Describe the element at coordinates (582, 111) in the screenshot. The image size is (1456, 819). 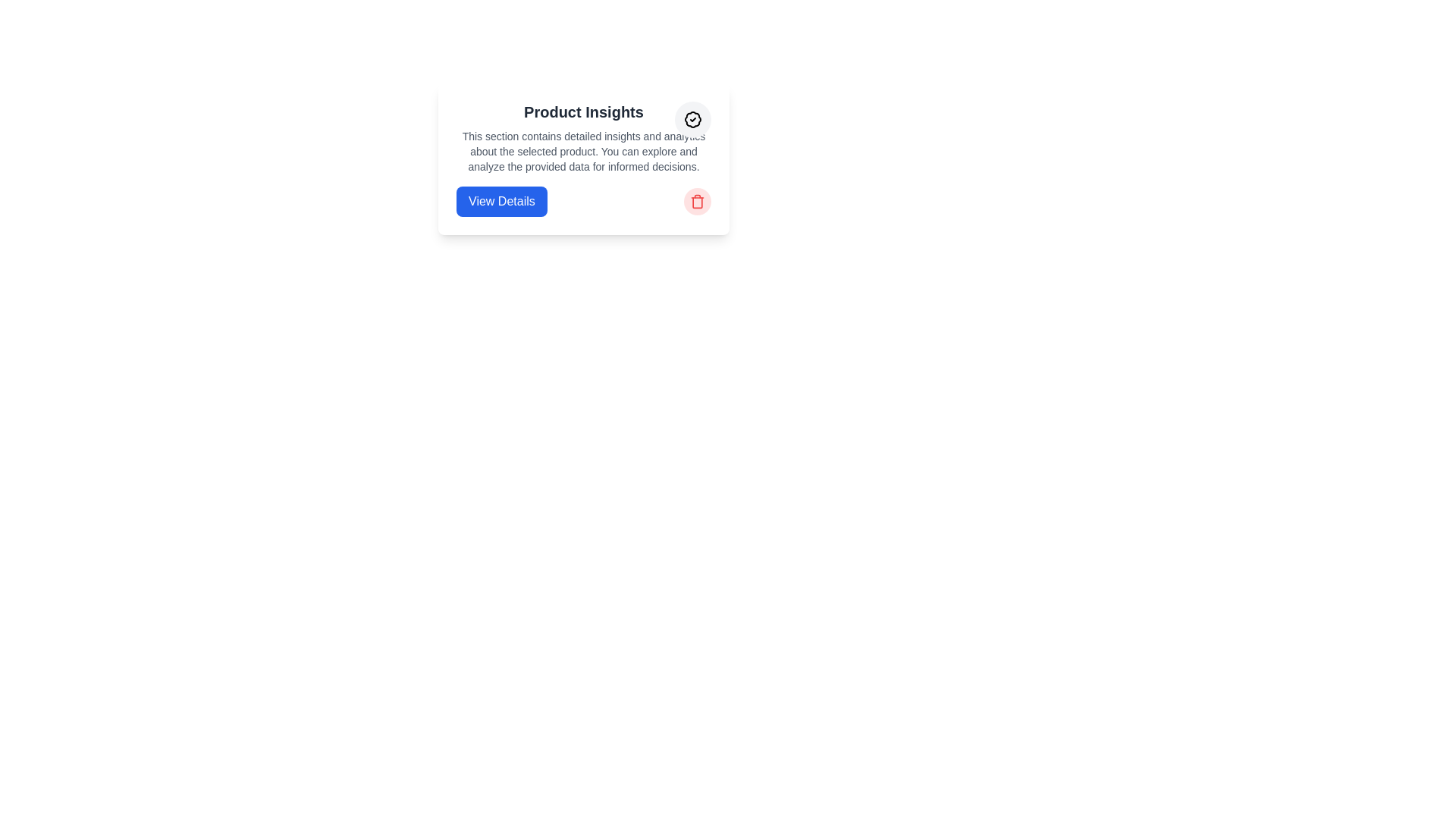
I see `the 'Product Insights' text label, which is a prominent header displayed in bold and large font at the top of a card component` at that location.